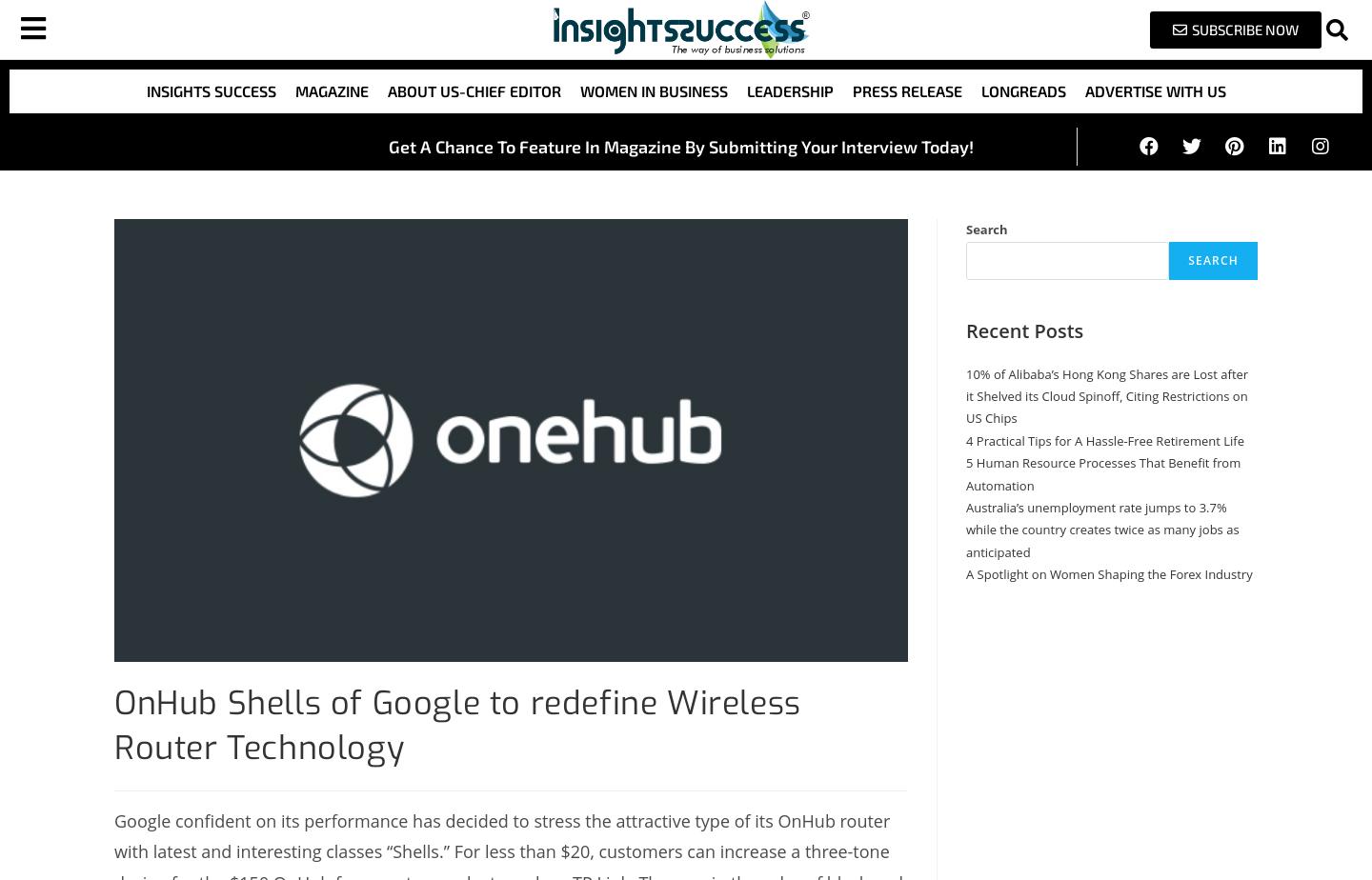  I want to click on 'Leadership', so click(789, 90).